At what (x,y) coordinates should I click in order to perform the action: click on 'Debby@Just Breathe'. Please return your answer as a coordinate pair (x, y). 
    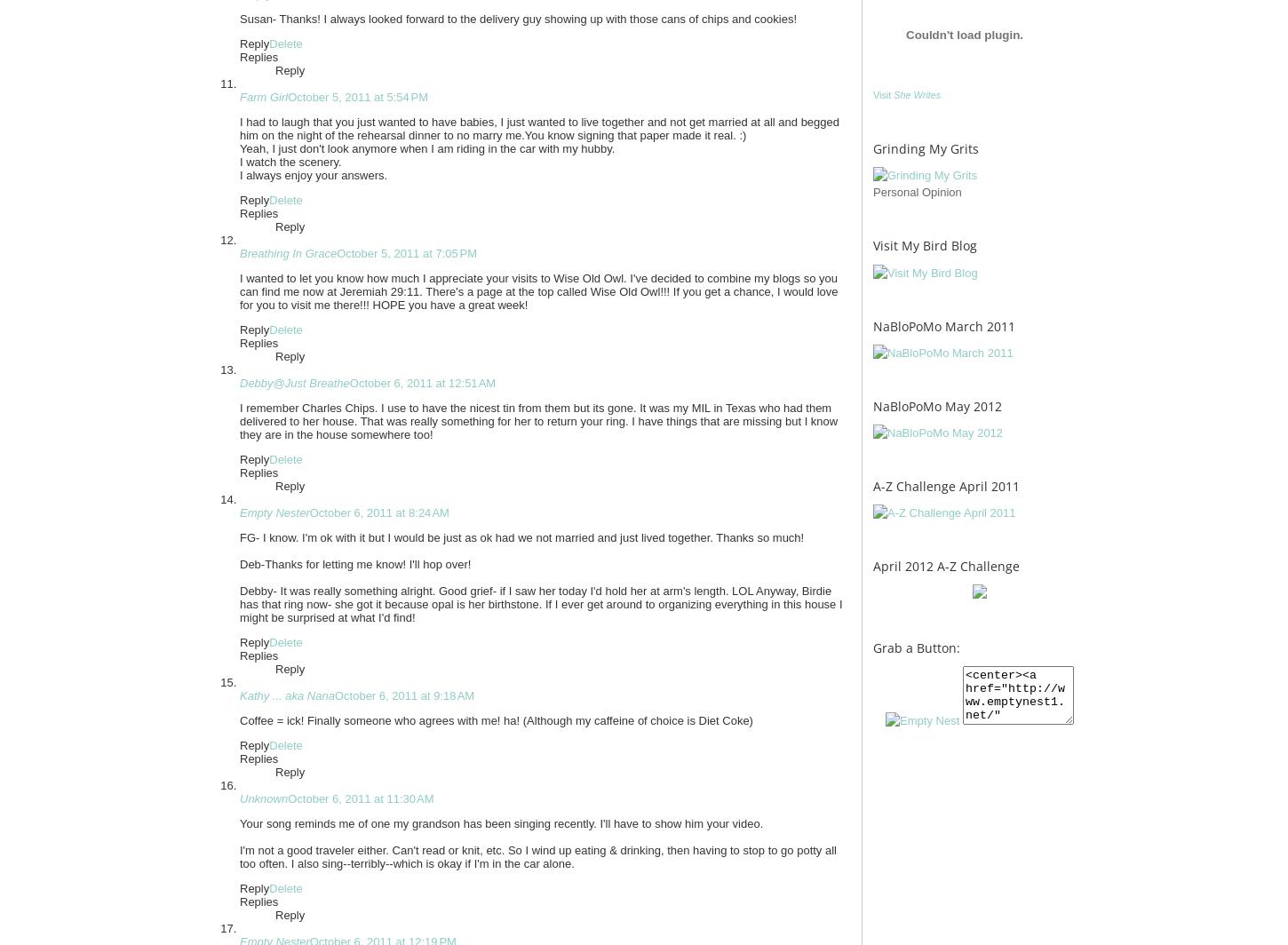
    Looking at the image, I should click on (294, 383).